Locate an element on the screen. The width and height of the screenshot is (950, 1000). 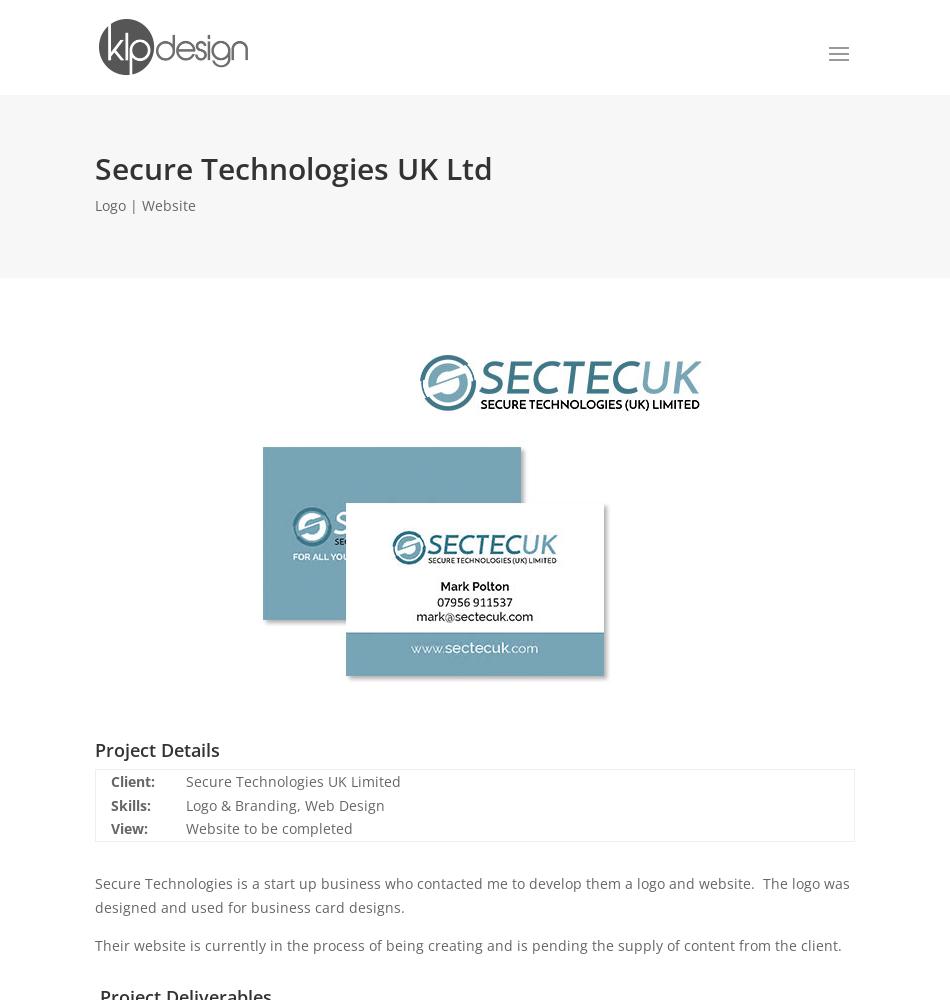
'View:' is located at coordinates (129, 827).